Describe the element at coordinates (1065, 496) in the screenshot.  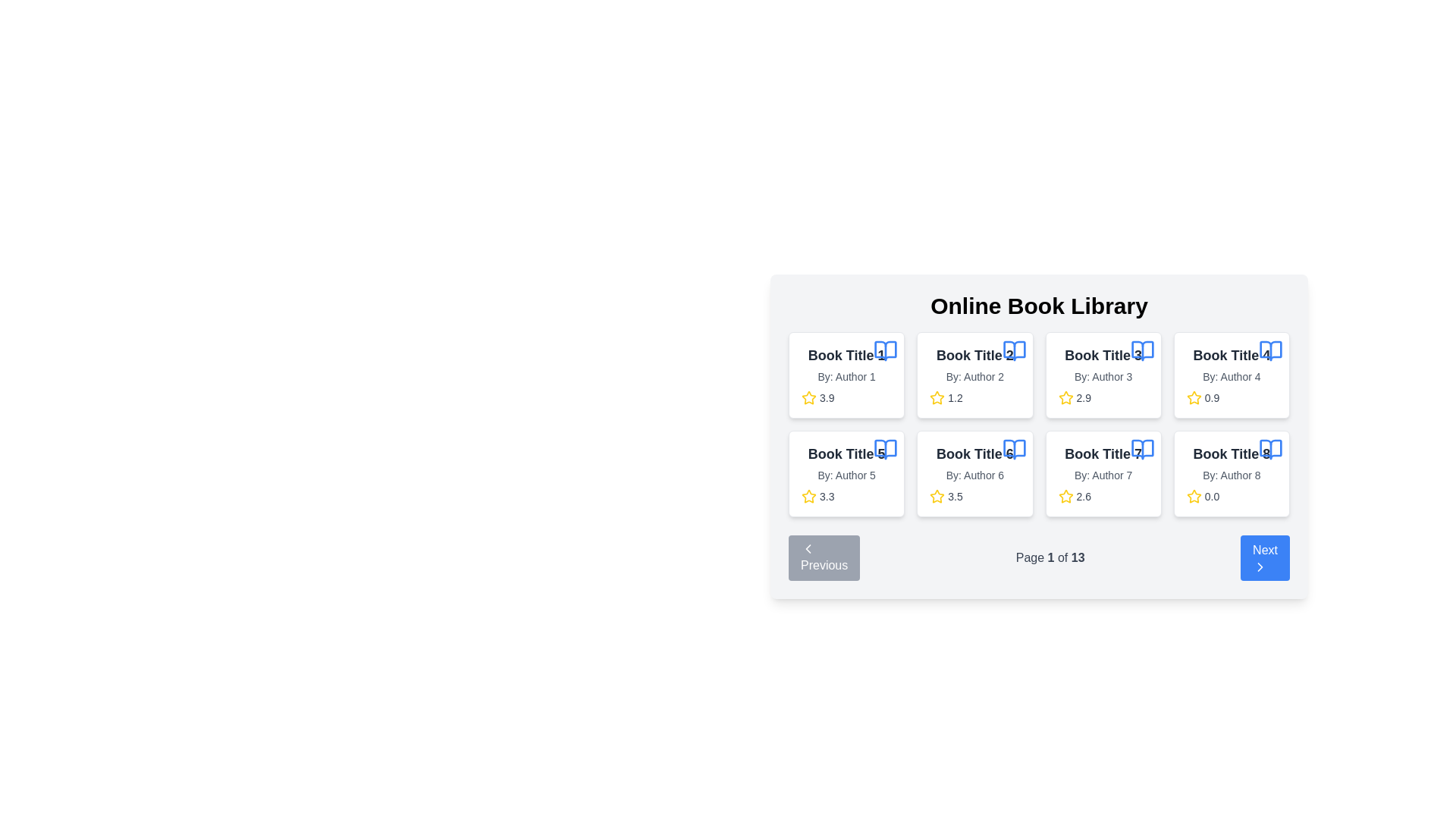
I see `the decorative icon representing the rating for the book listed under 'Book Title 7' in the Online Book Library` at that location.